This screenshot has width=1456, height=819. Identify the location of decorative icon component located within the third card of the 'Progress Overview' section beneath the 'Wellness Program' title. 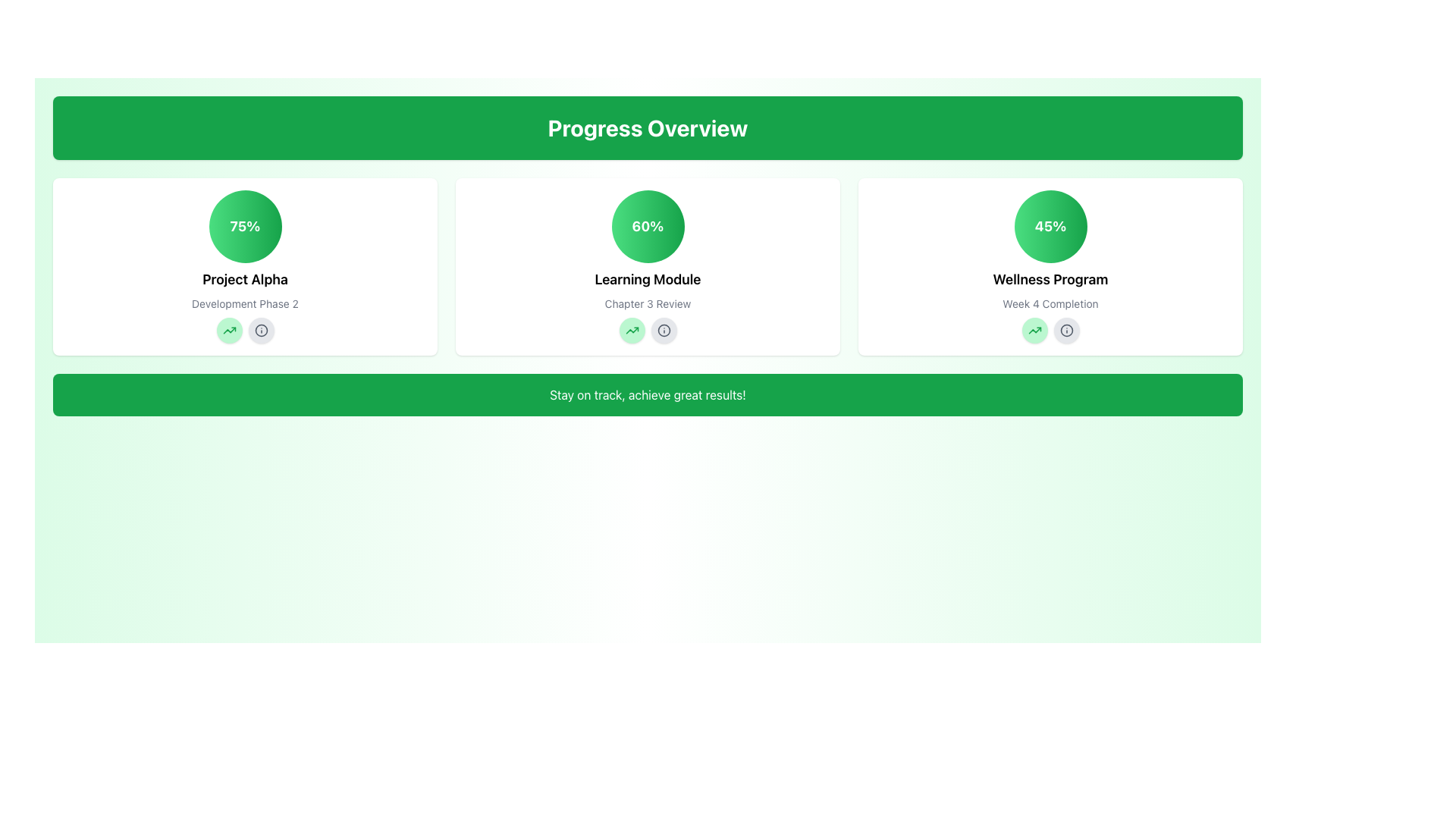
(1065, 329).